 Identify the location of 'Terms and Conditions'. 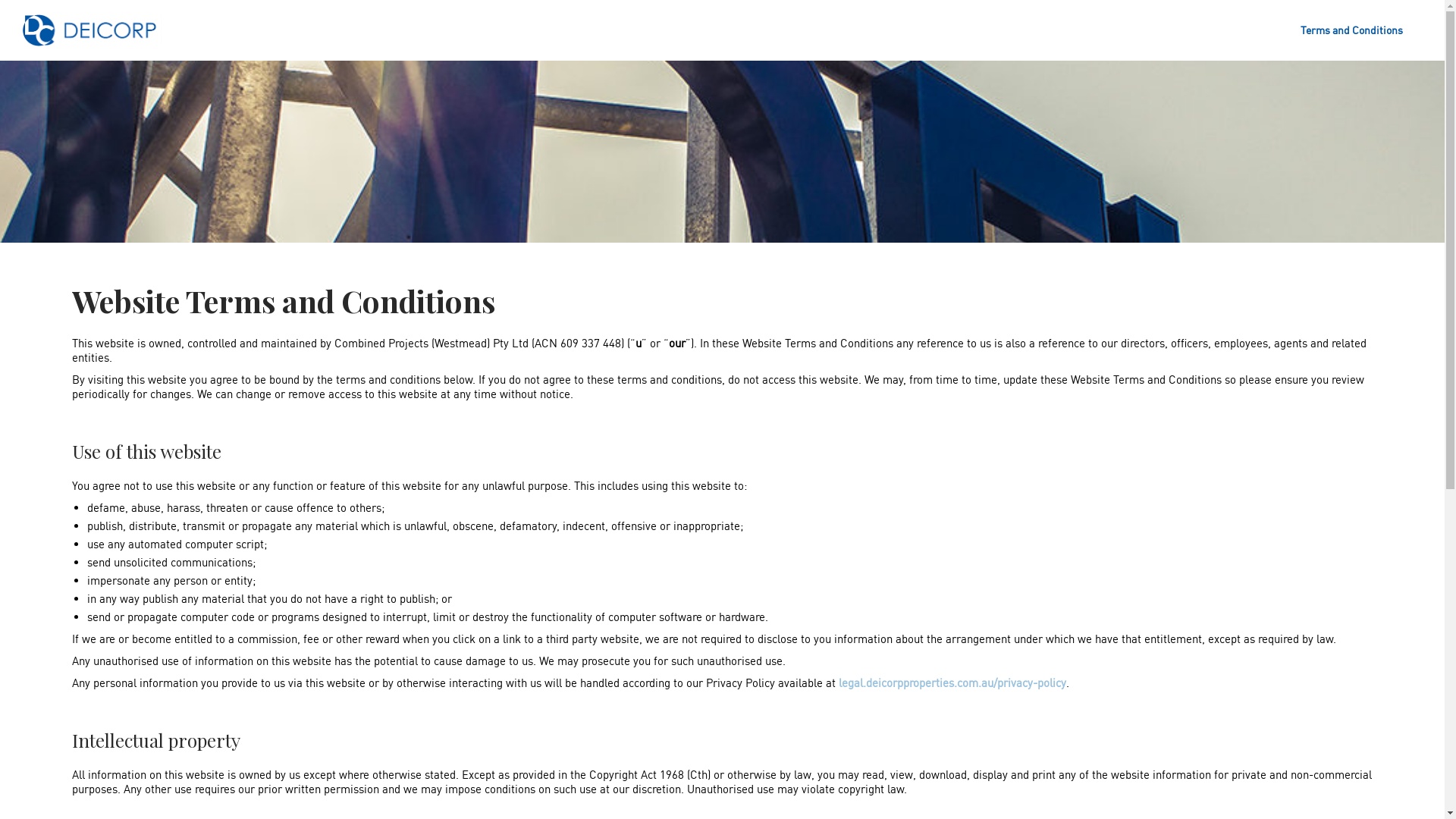
(1351, 30).